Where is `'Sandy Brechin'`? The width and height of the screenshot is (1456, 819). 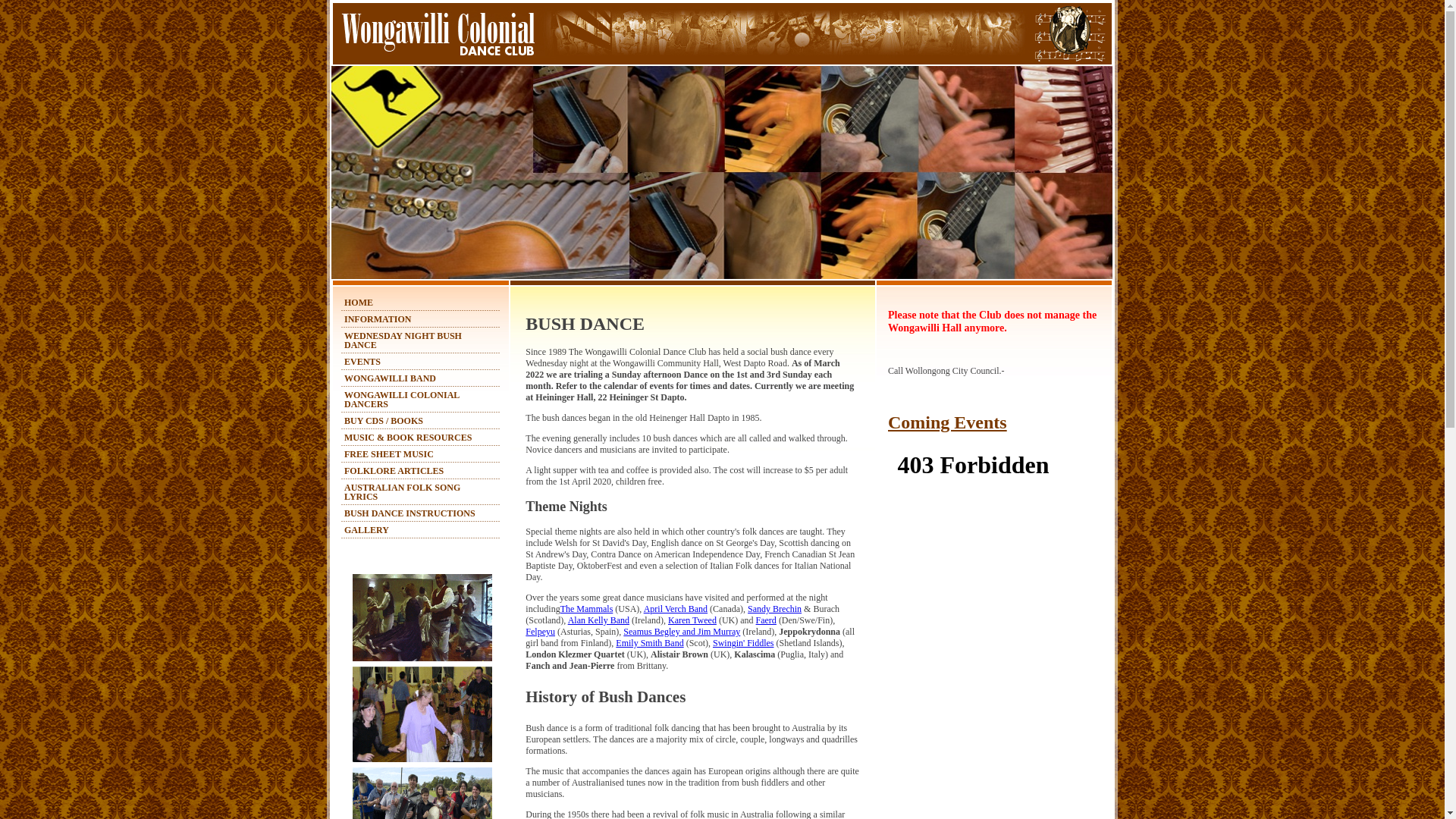 'Sandy Brechin' is located at coordinates (774, 607).